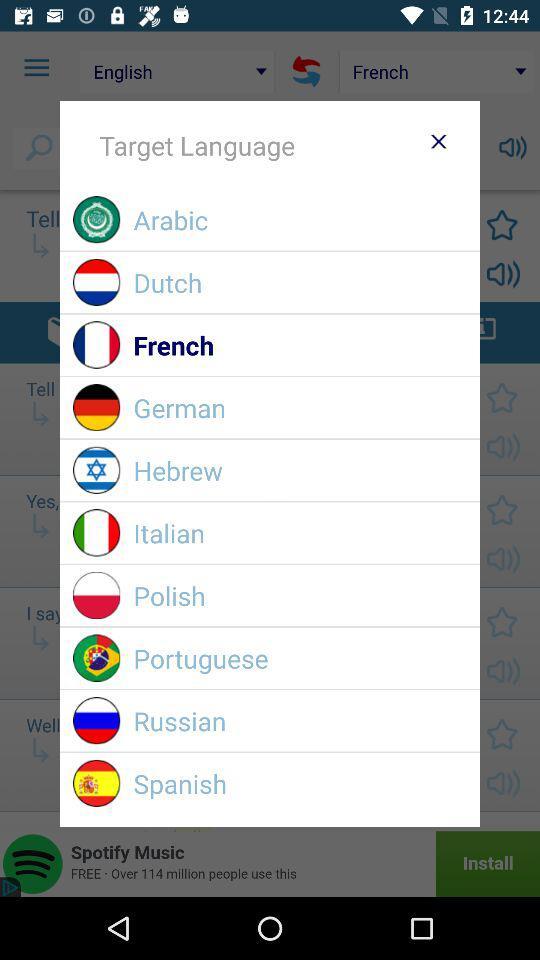 Image resolution: width=540 pixels, height=960 pixels. Describe the element at coordinates (299, 470) in the screenshot. I see `icon above the italian` at that location.